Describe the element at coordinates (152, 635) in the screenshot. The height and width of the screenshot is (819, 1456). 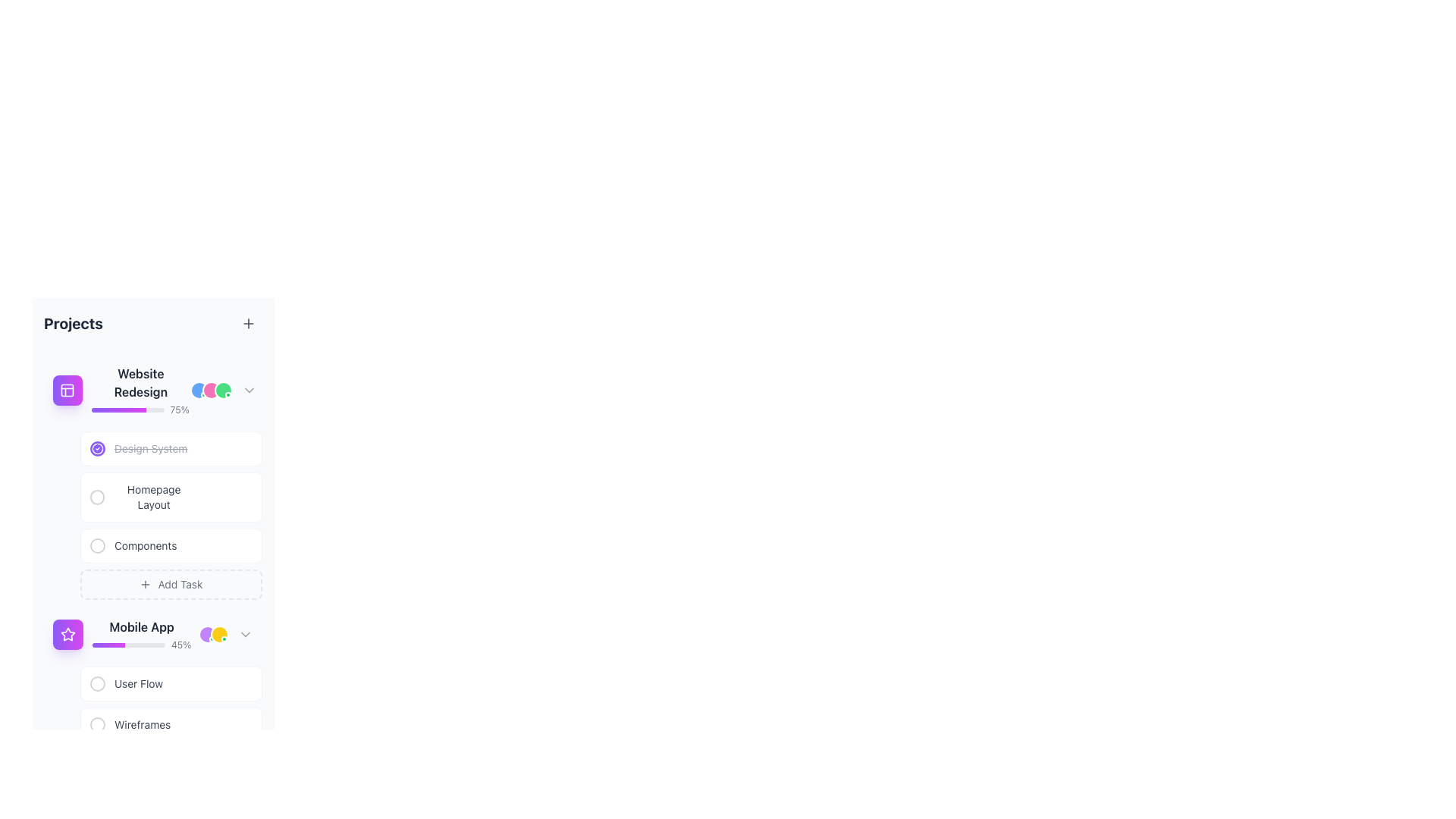
I see `the Card element representing the 'Mobile App' project in the task management interface to activate hover effects` at that location.